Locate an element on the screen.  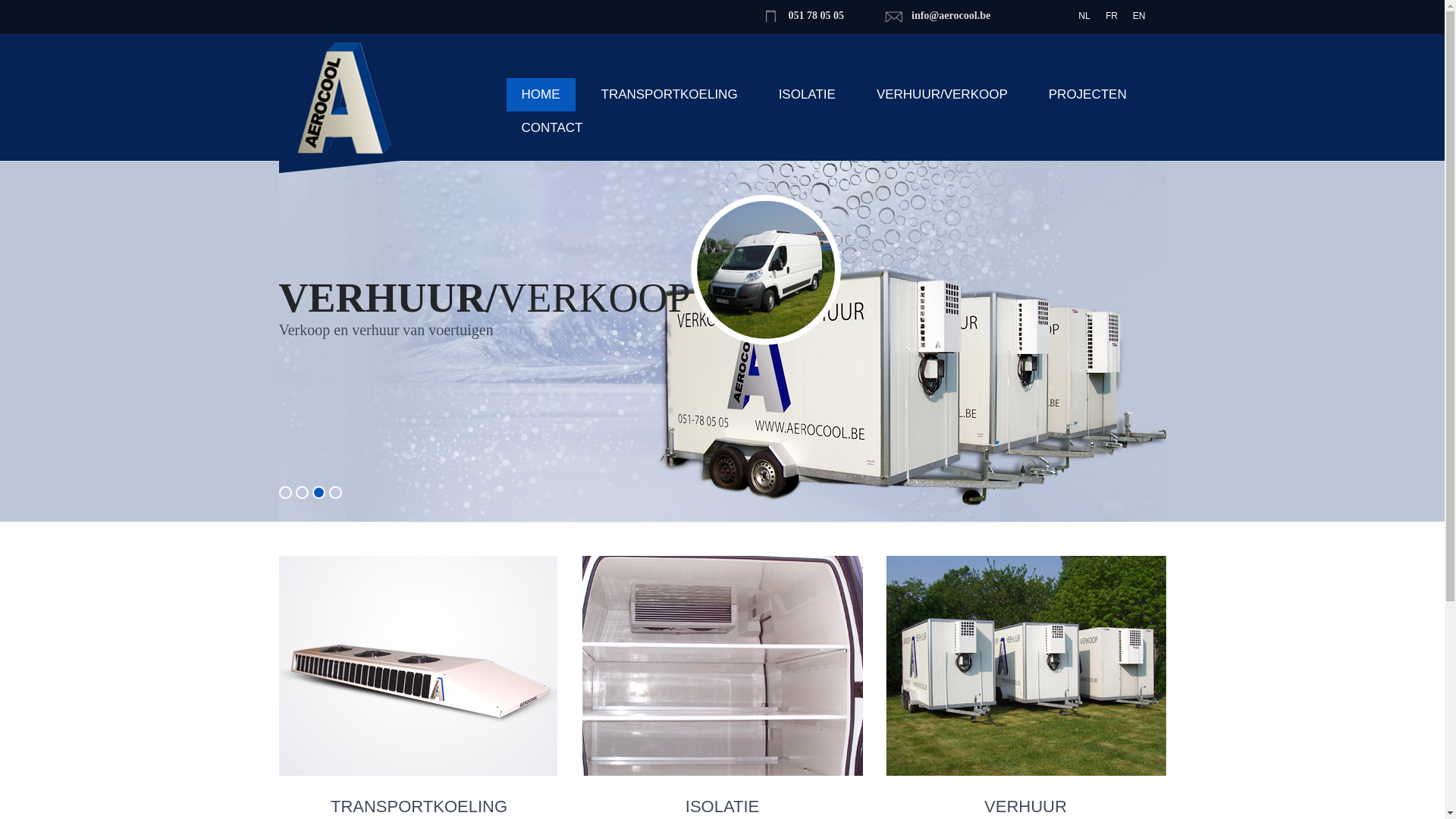
'FR' is located at coordinates (1111, 17).